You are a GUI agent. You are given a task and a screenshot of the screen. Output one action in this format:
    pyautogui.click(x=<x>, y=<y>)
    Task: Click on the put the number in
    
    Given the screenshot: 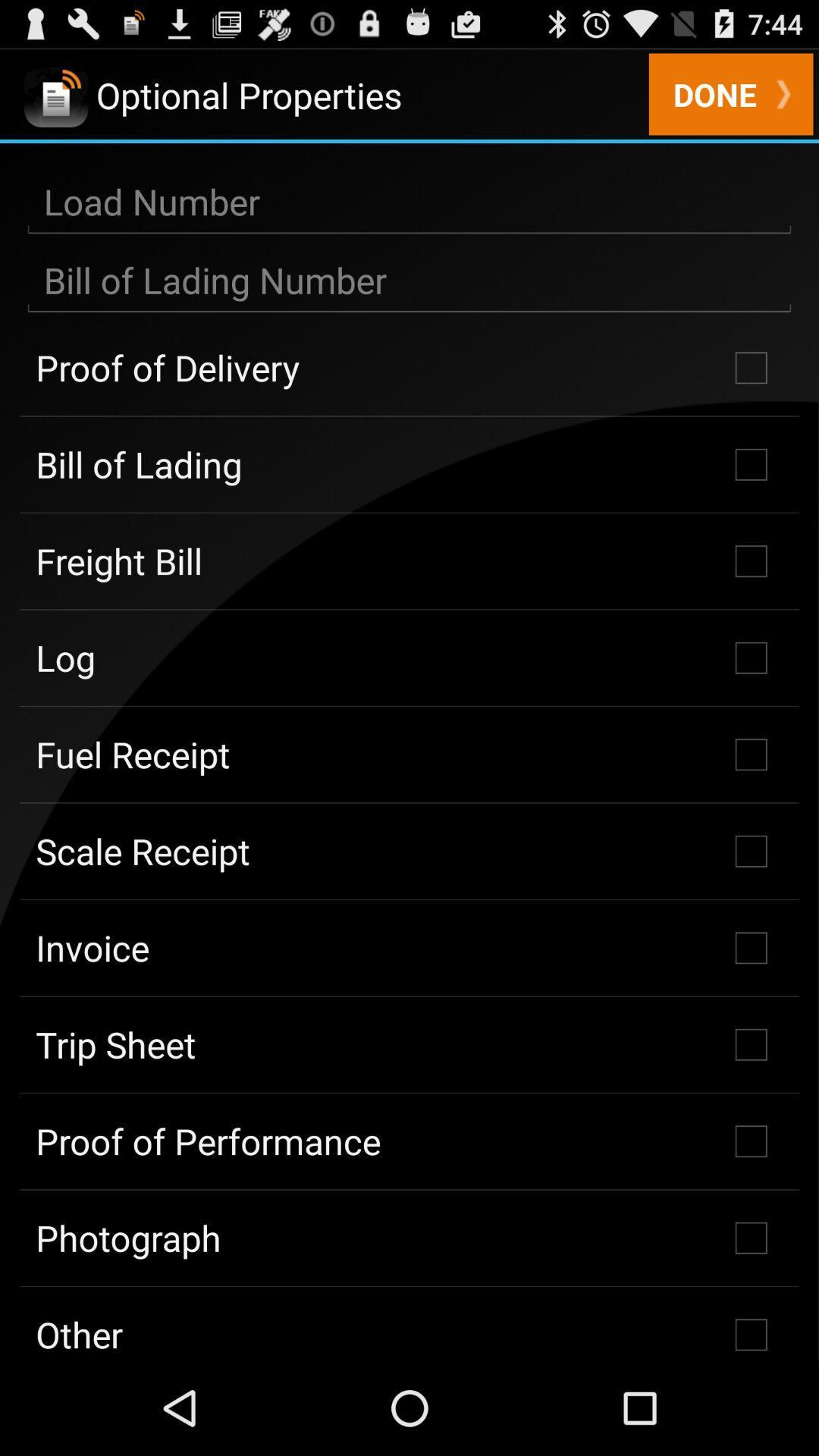 What is the action you would take?
    pyautogui.click(x=409, y=281)
    